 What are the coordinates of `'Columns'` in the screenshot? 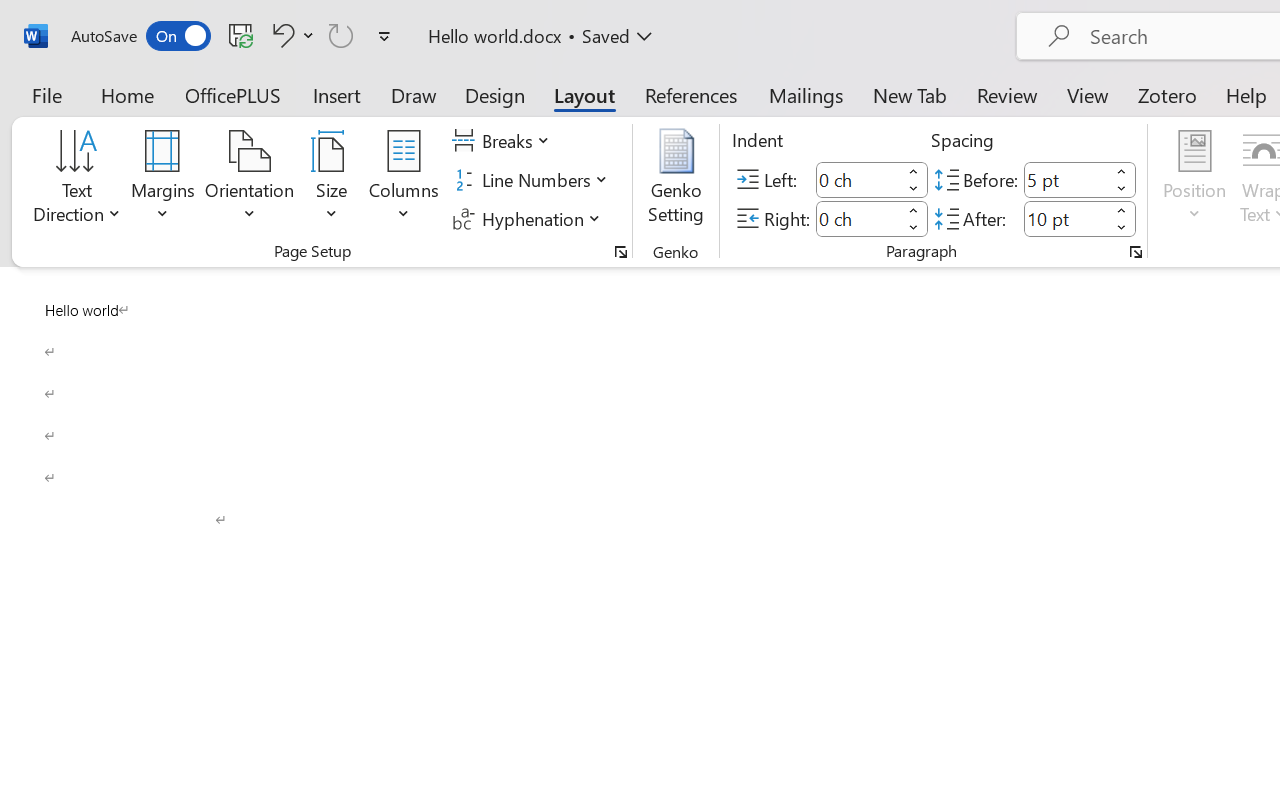 It's located at (403, 179).